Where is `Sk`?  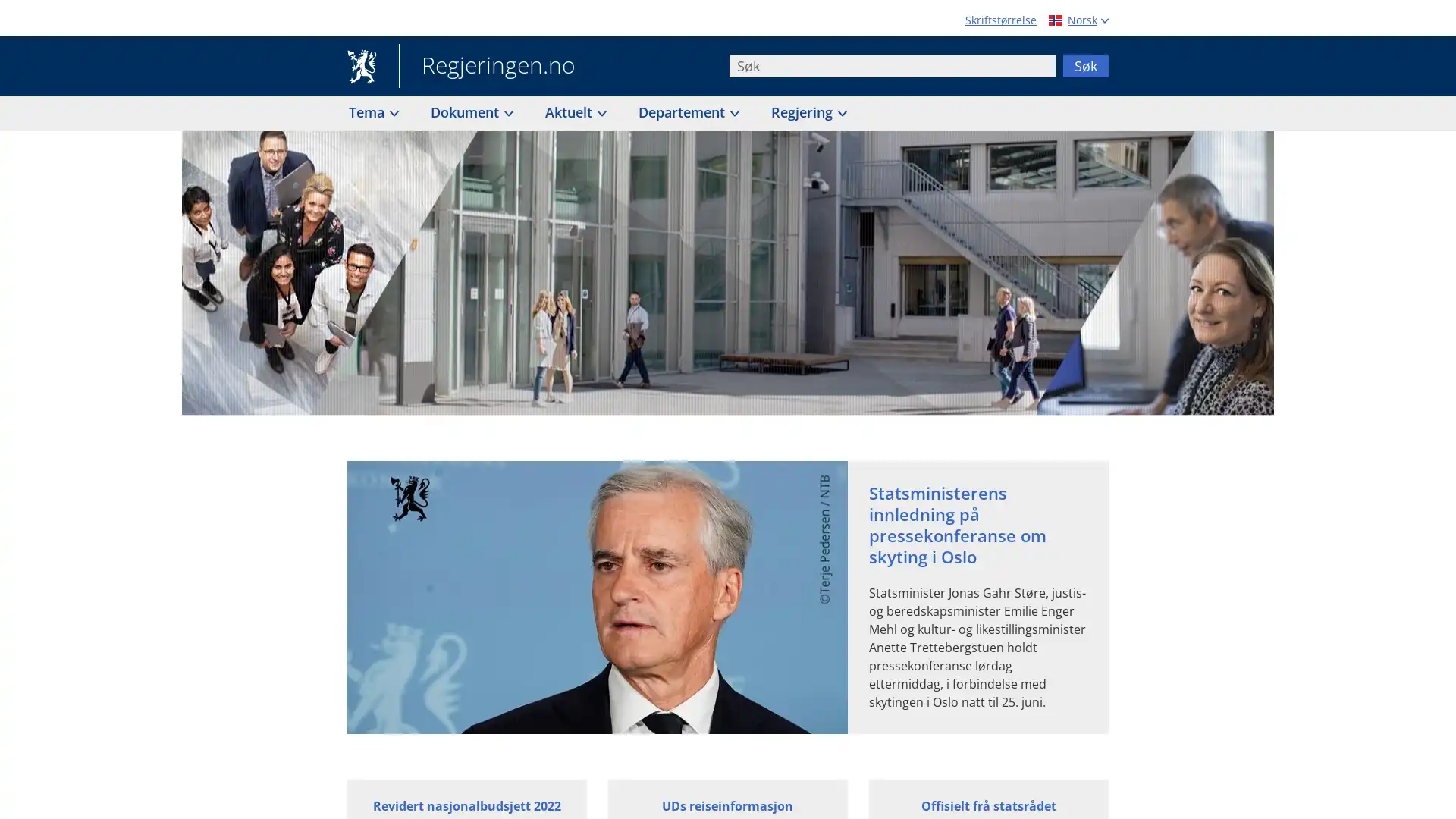 Sk is located at coordinates (1084, 64).